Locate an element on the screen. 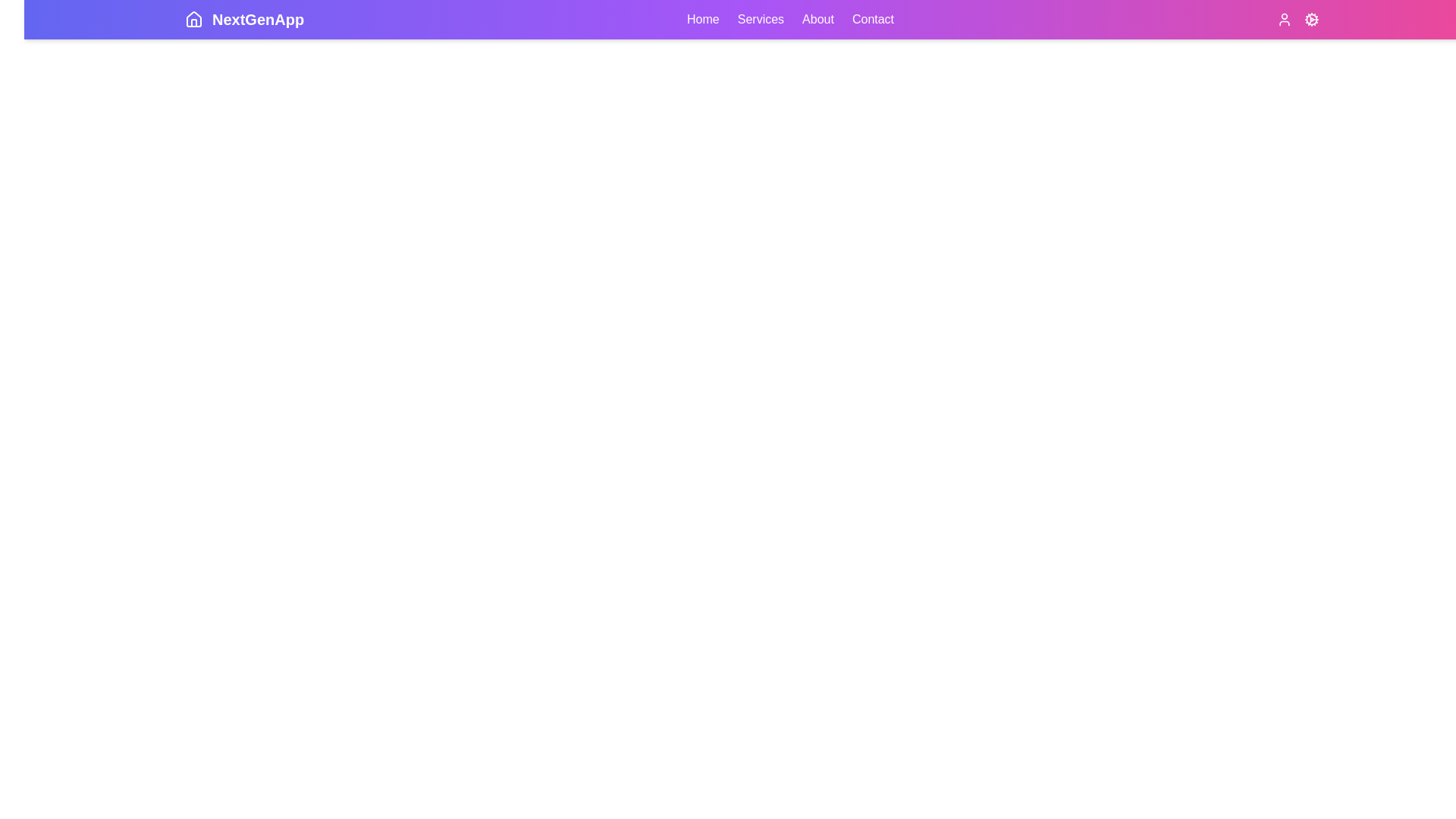 The image size is (1456, 819). the Home navigation link is located at coordinates (702, 20).